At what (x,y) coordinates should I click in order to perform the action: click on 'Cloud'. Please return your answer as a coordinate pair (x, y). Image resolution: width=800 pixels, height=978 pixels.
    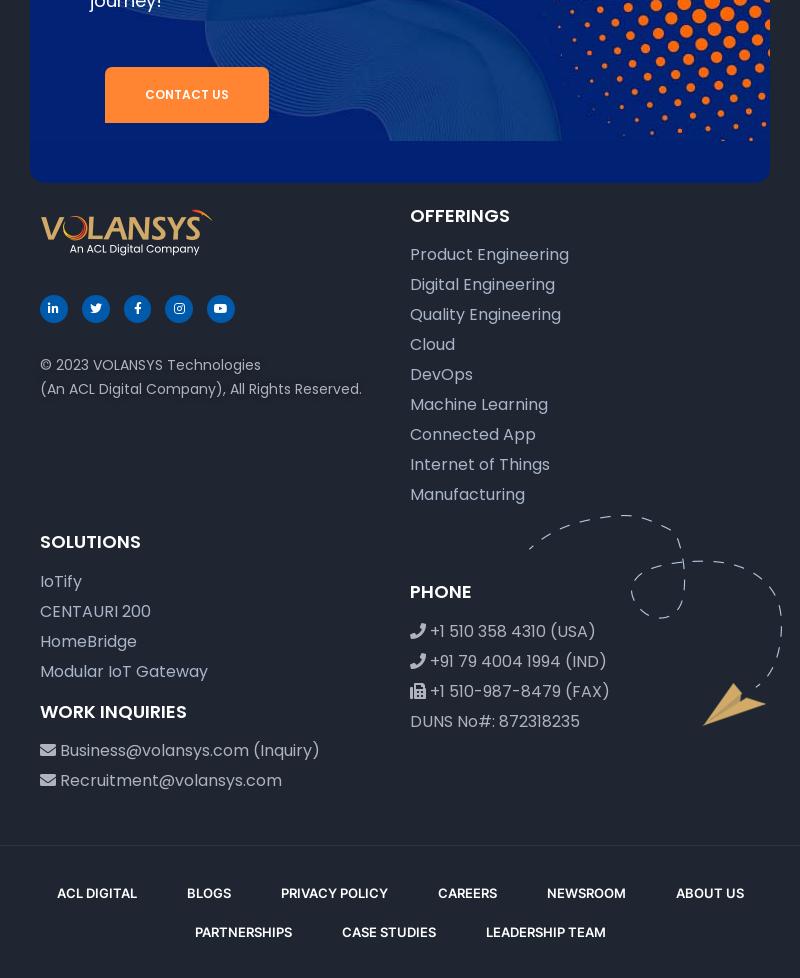
    Looking at the image, I should click on (432, 343).